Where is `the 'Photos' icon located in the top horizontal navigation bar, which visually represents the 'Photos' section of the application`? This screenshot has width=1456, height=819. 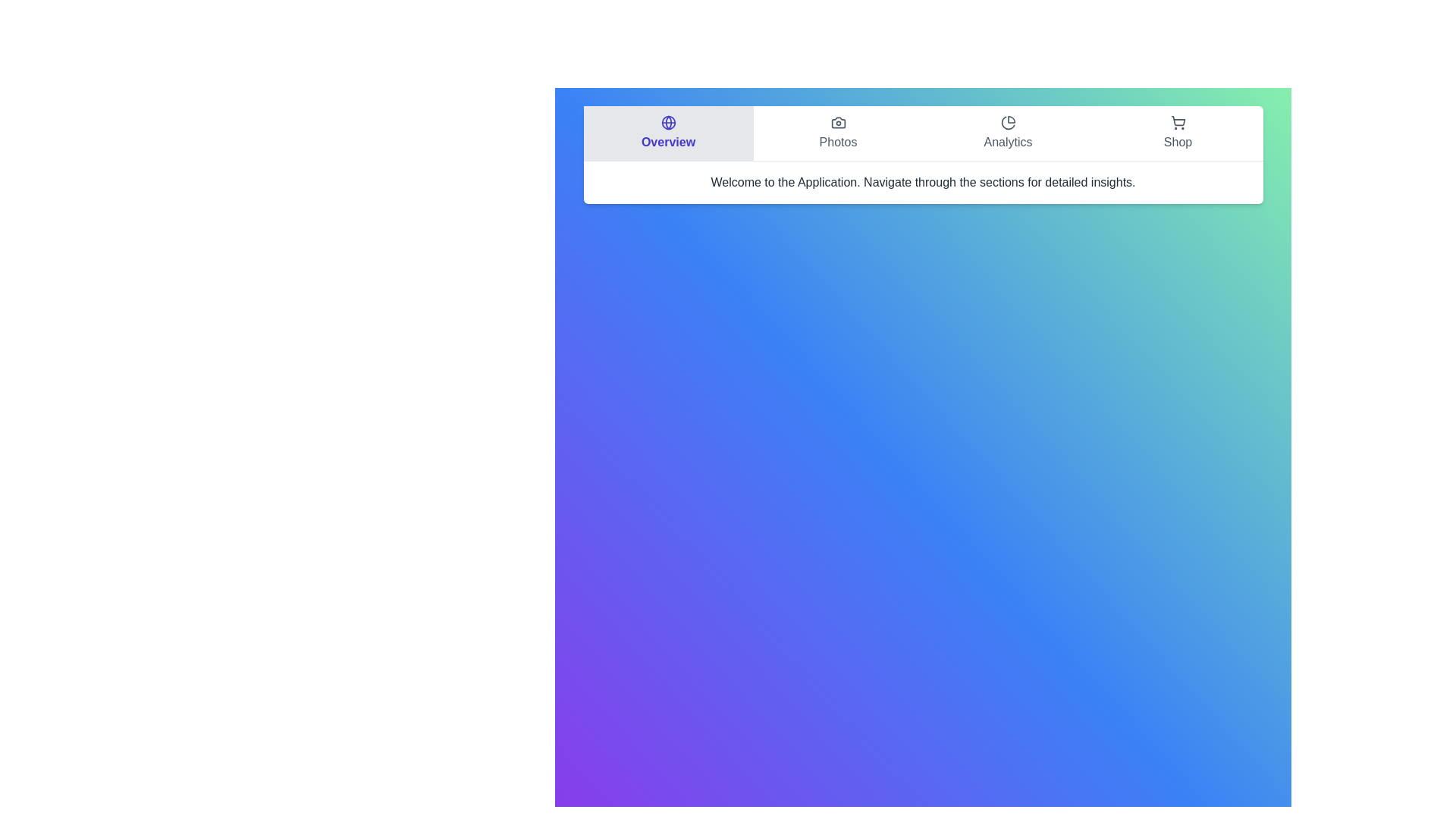 the 'Photos' icon located in the top horizontal navigation bar, which visually represents the 'Photos' section of the application is located at coordinates (837, 122).